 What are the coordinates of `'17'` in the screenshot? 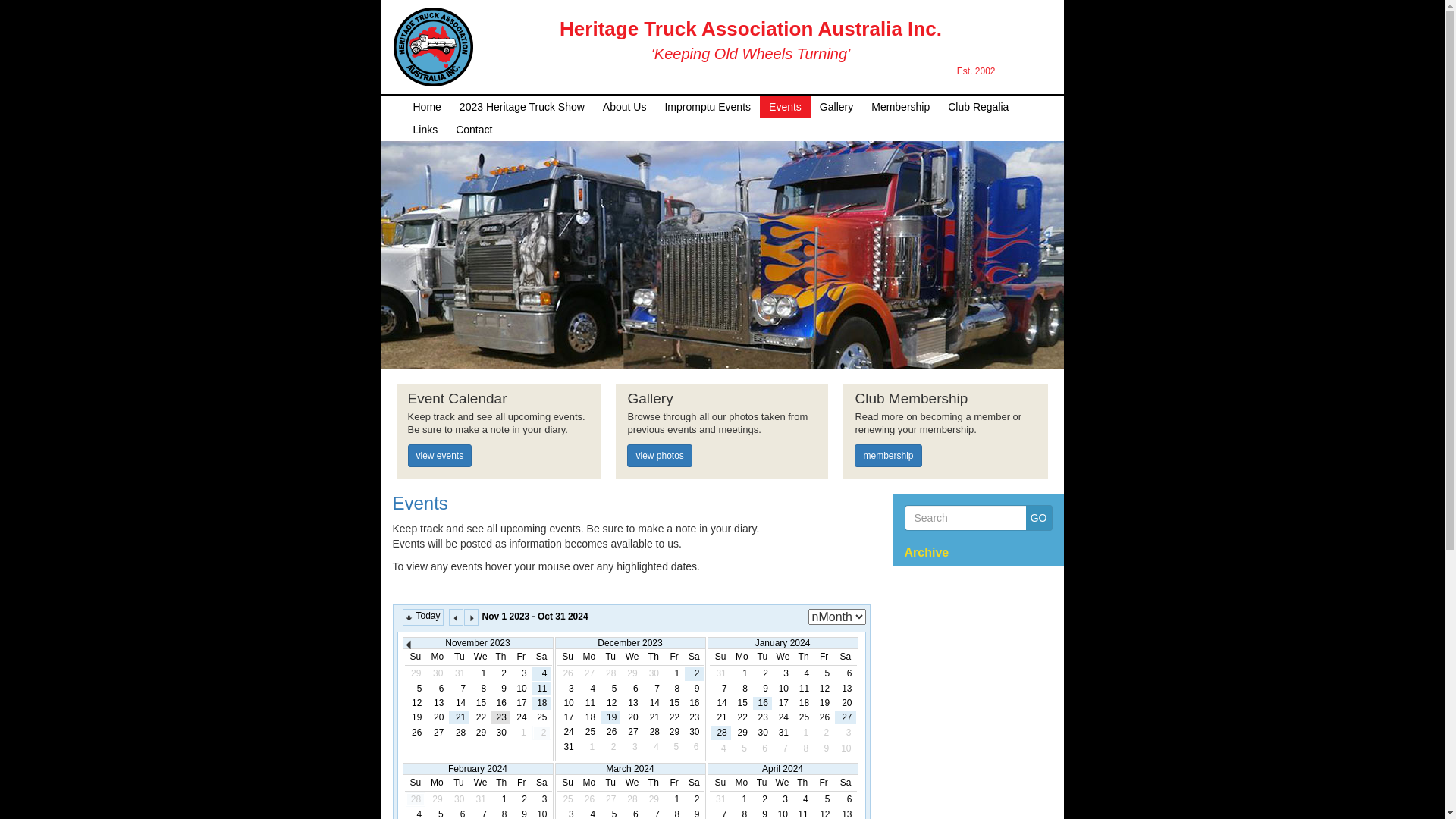 It's located at (521, 703).